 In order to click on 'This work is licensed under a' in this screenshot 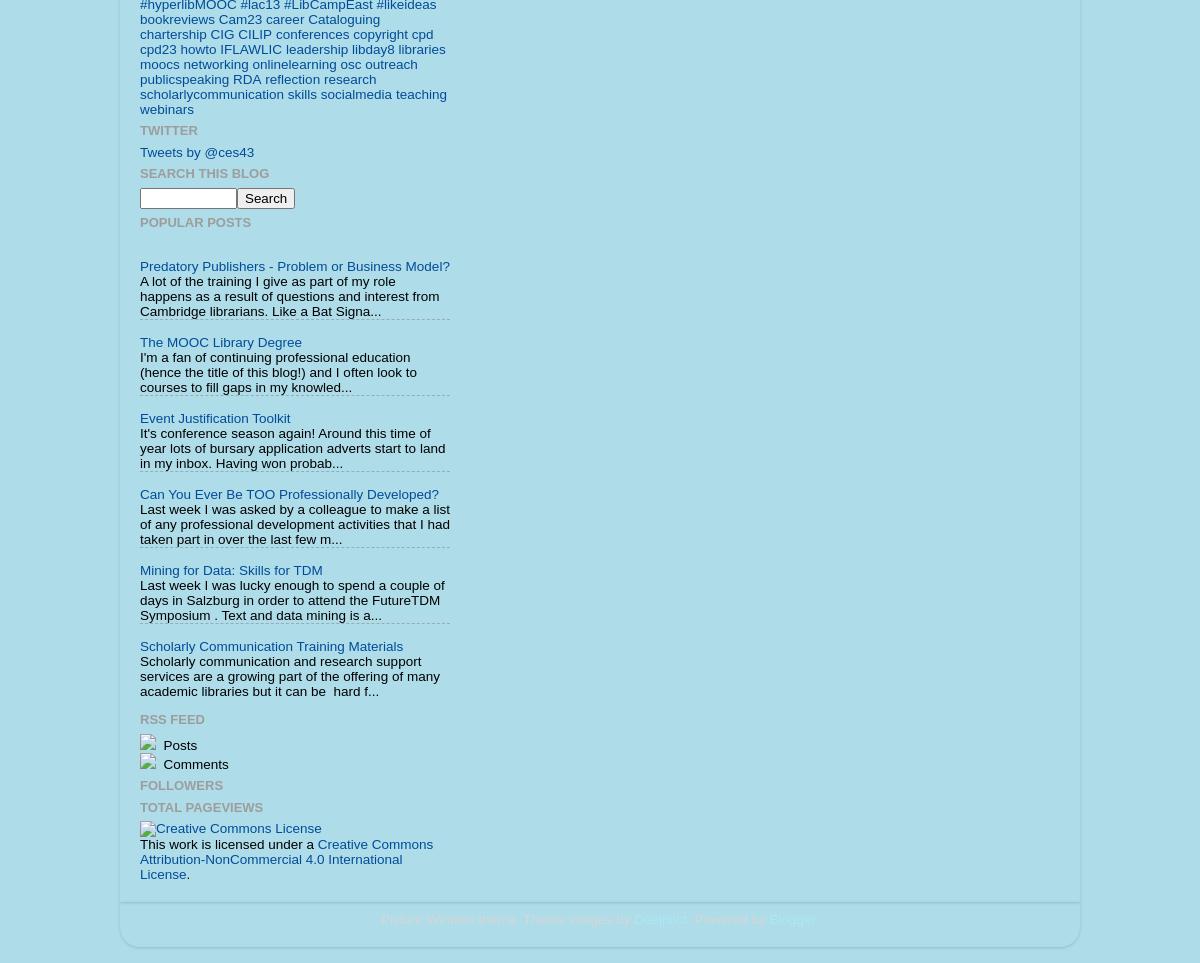, I will do `click(140, 844)`.